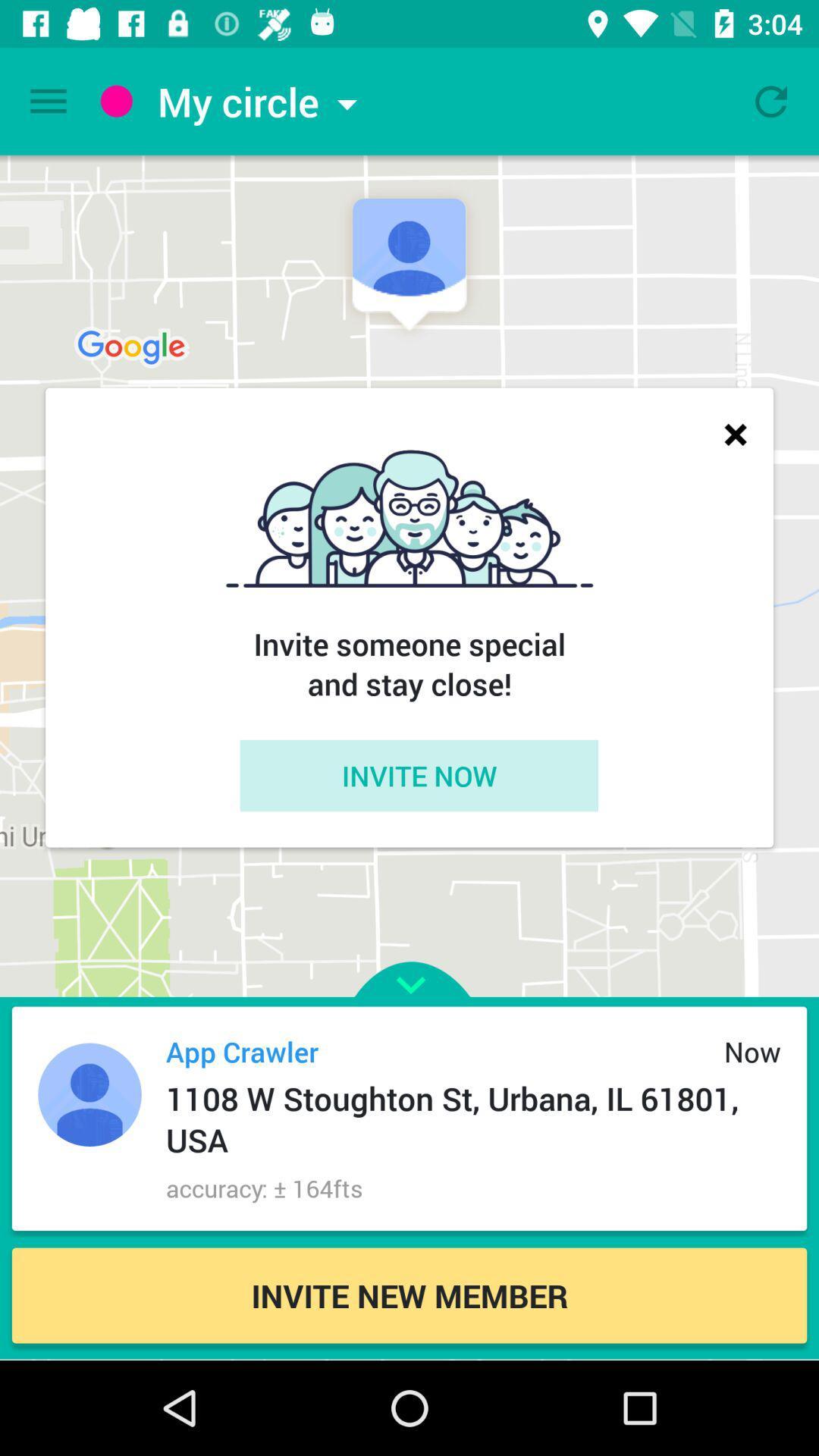  What do you see at coordinates (771, 100) in the screenshot?
I see `refresh` at bounding box center [771, 100].